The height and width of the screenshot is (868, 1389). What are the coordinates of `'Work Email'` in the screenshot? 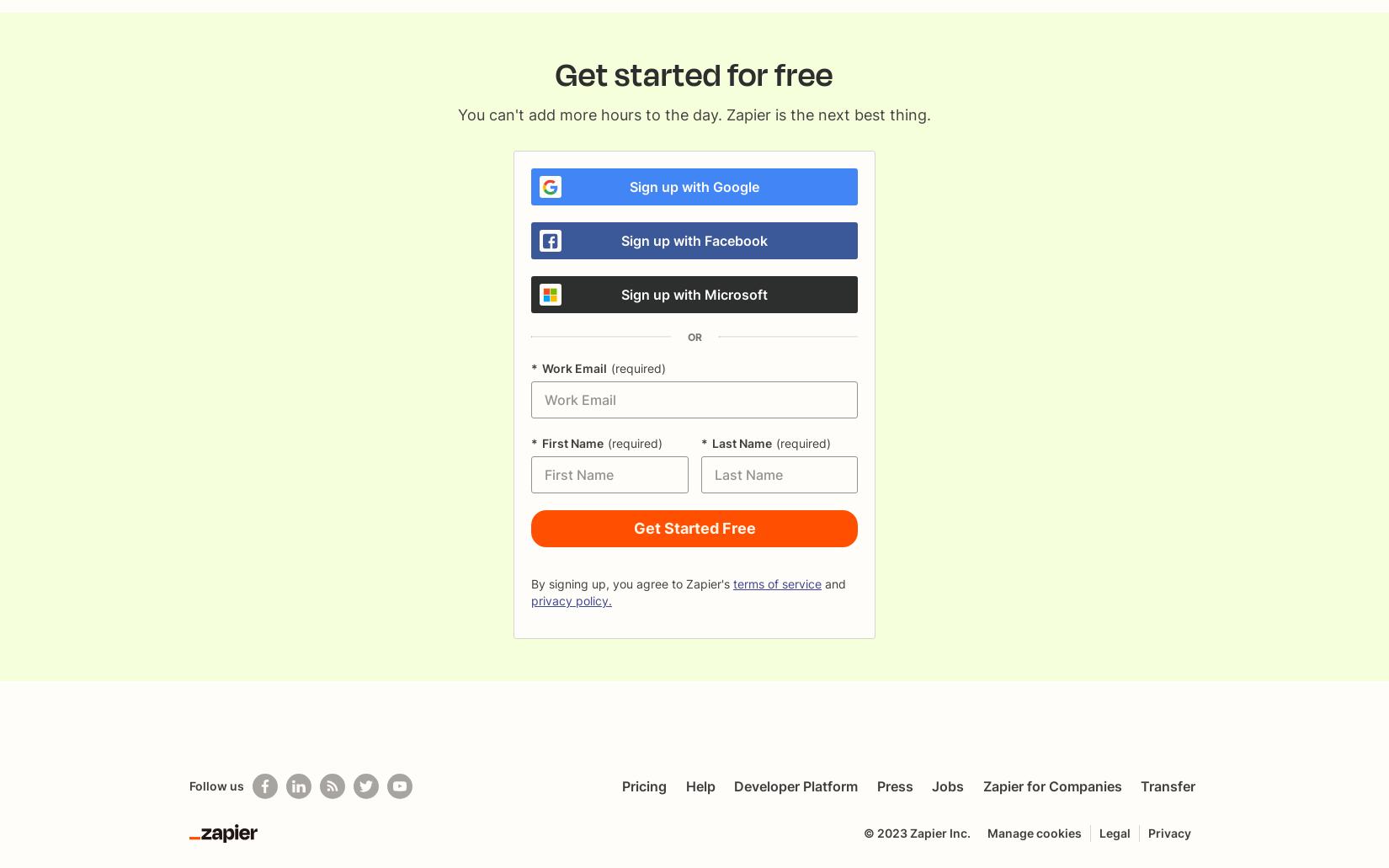 It's located at (573, 368).